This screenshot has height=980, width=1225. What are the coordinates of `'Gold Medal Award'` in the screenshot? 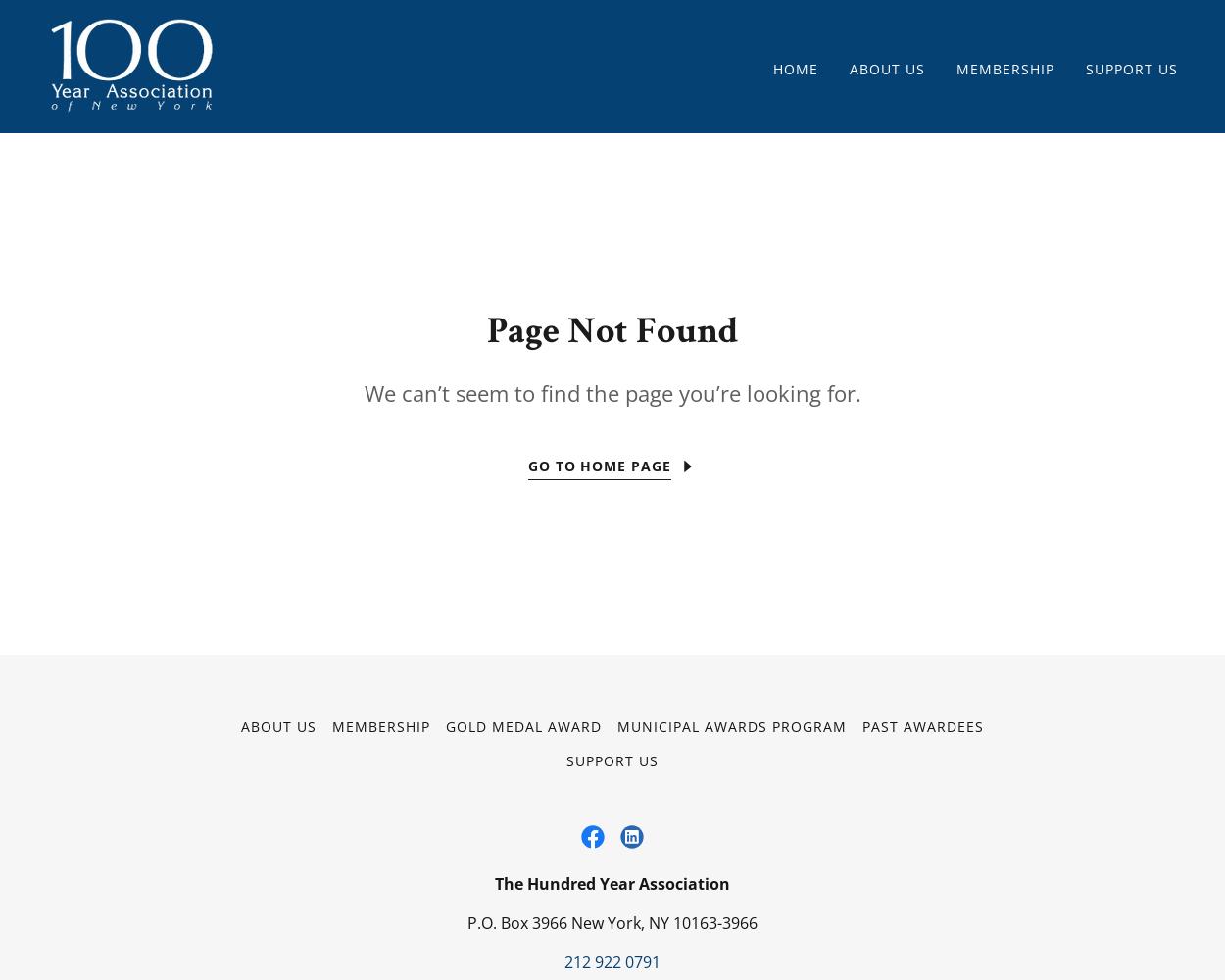 It's located at (523, 725).